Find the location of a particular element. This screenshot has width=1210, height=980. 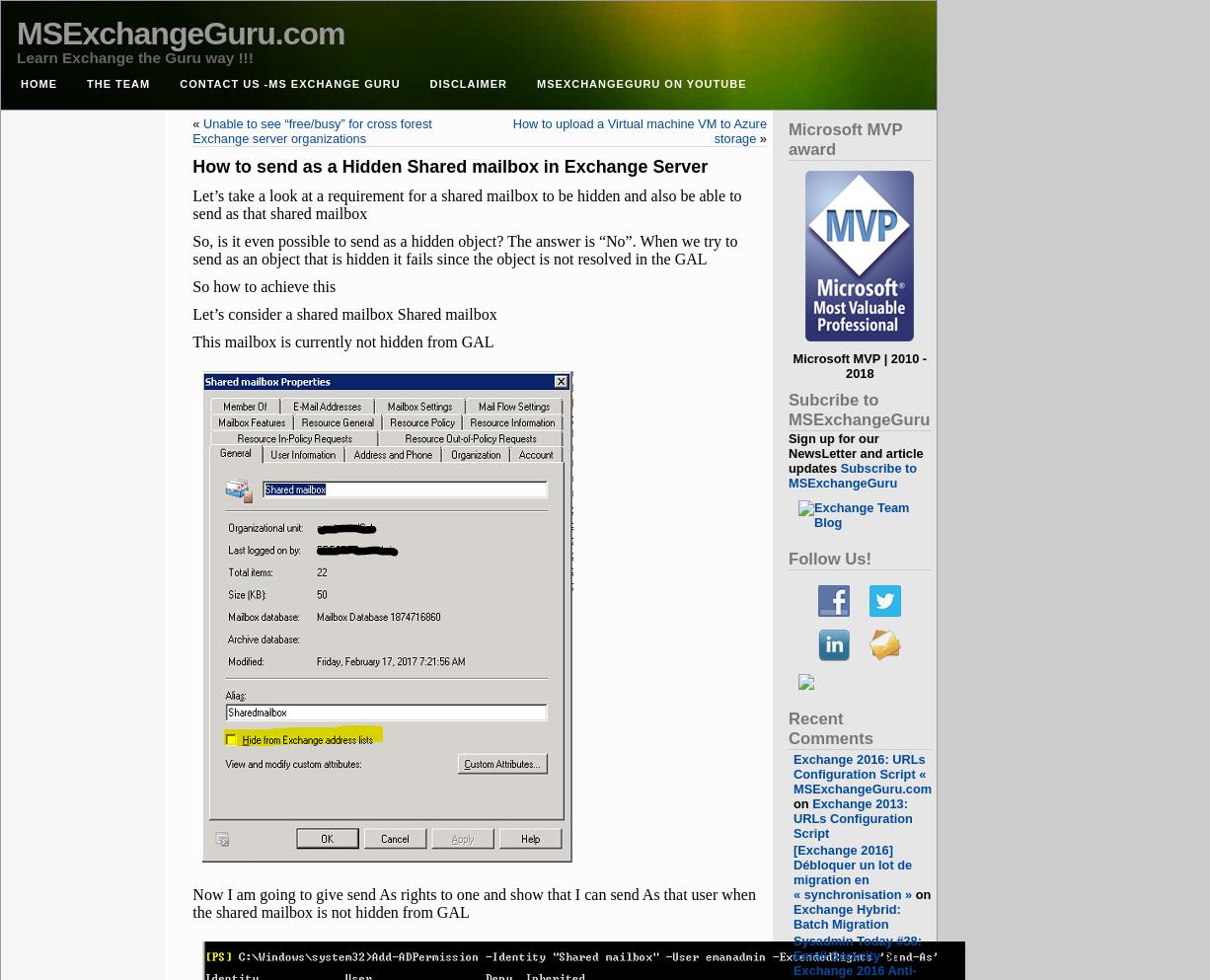

'Subcribe to MSExchangeGuru' is located at coordinates (859, 409).